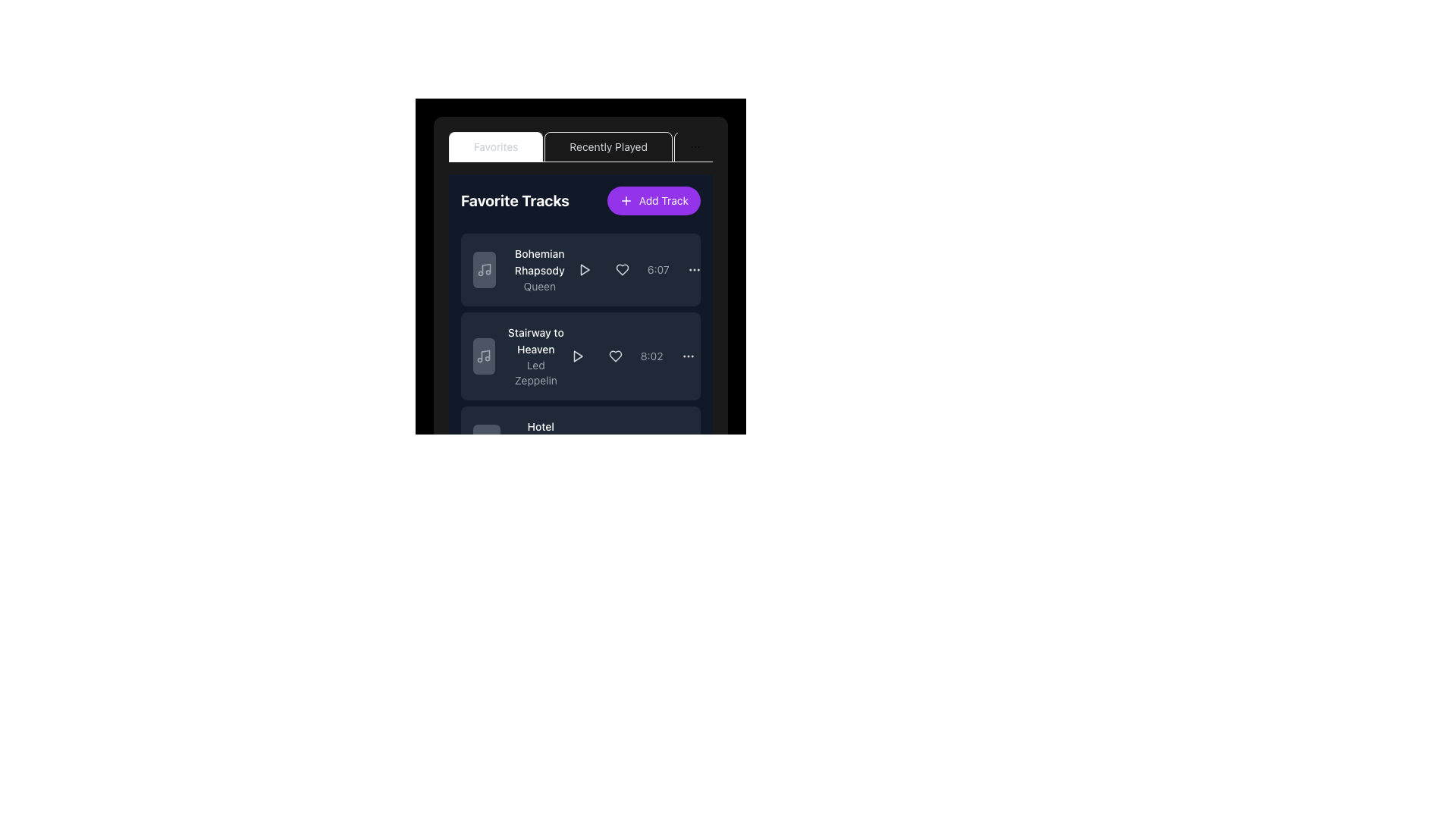 The height and width of the screenshot is (819, 1456). What do you see at coordinates (583, 268) in the screenshot?
I see `the first circular play button with a gray triangle icon located to the right of the 'Bohemian Rhapsody' track title to play the track` at bounding box center [583, 268].